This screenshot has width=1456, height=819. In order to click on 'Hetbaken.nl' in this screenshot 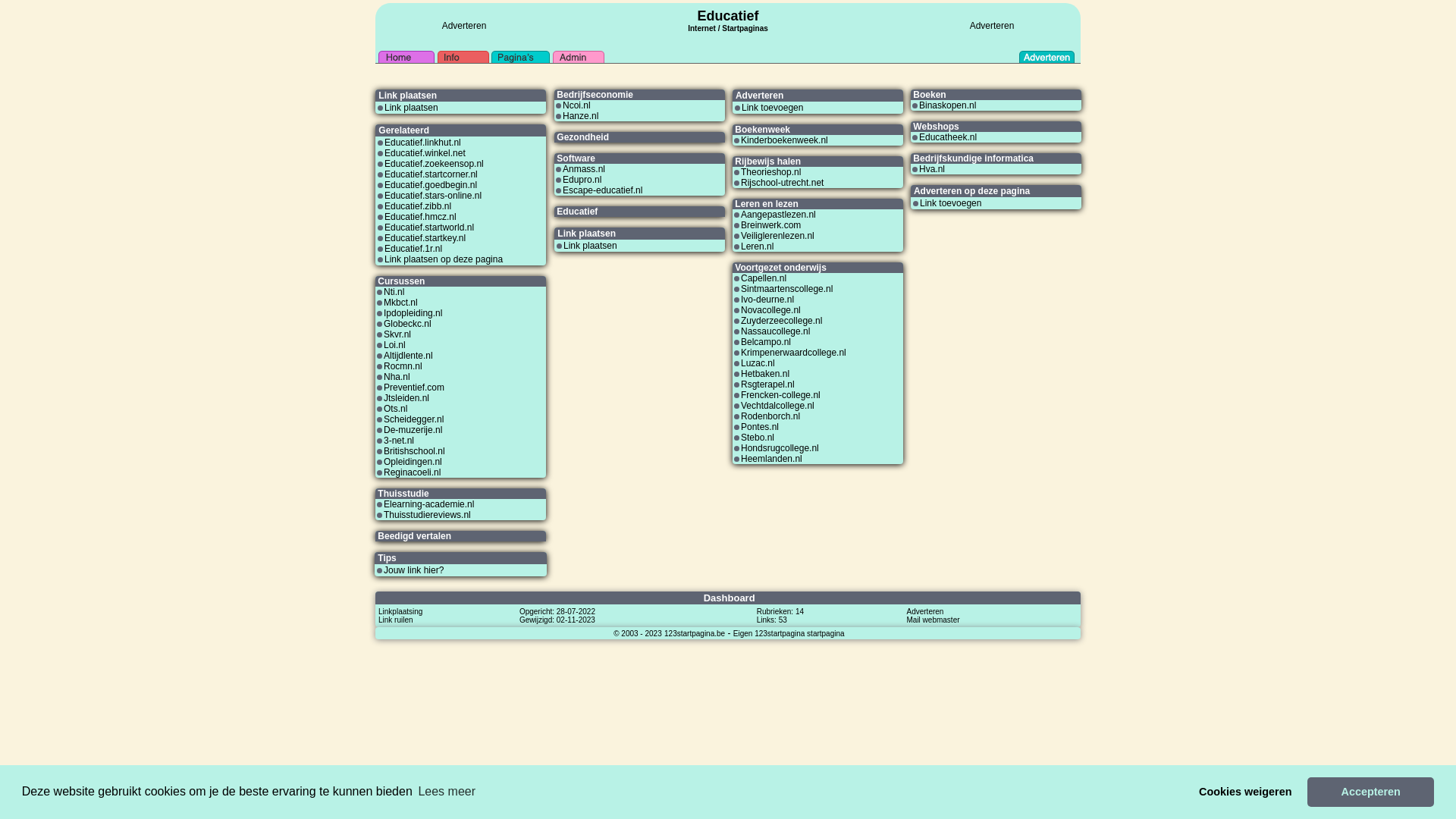, I will do `click(764, 374)`.